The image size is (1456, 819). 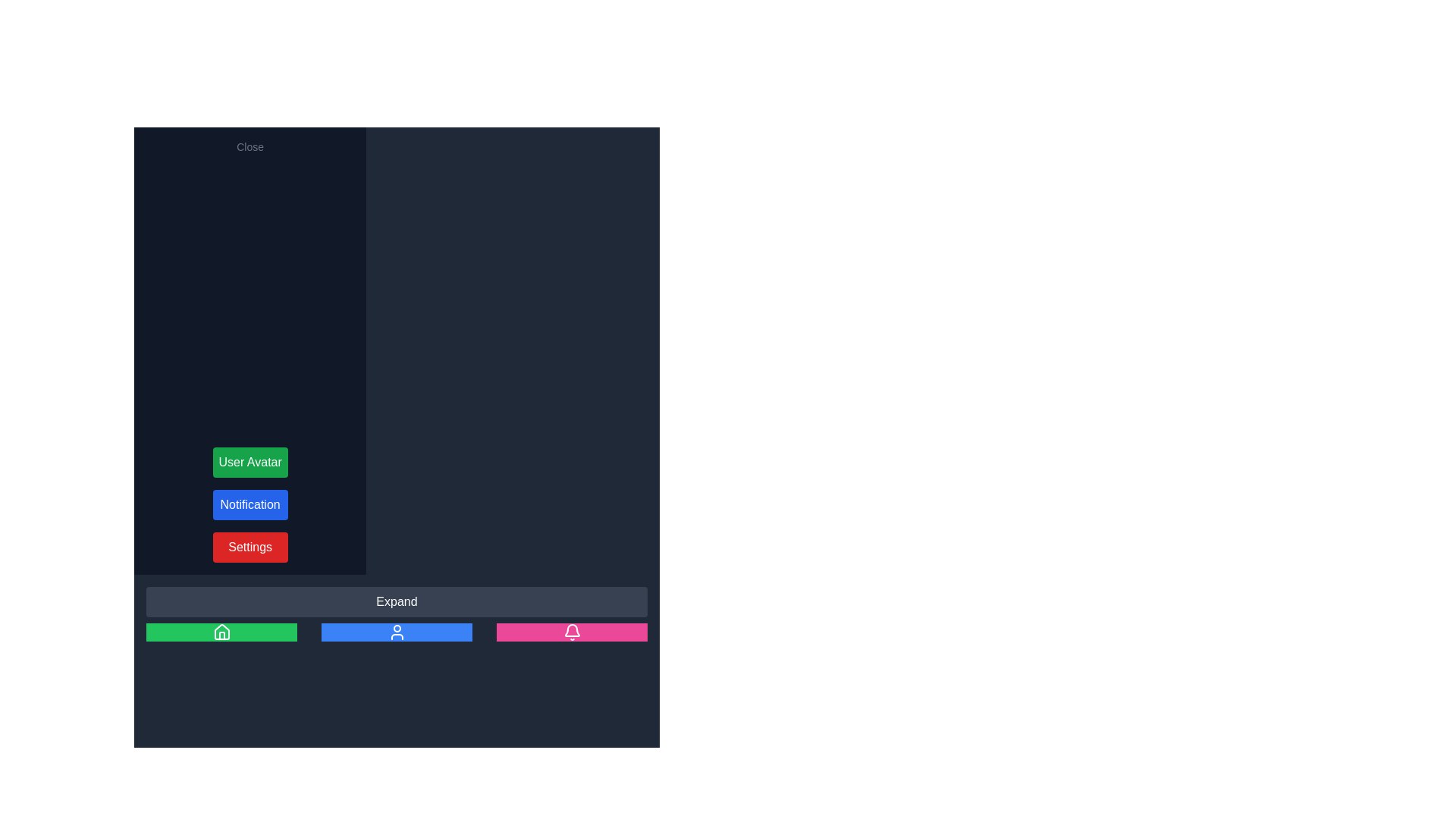 I want to click on the red 'Settings' button with rounded corners, so click(x=250, y=547).